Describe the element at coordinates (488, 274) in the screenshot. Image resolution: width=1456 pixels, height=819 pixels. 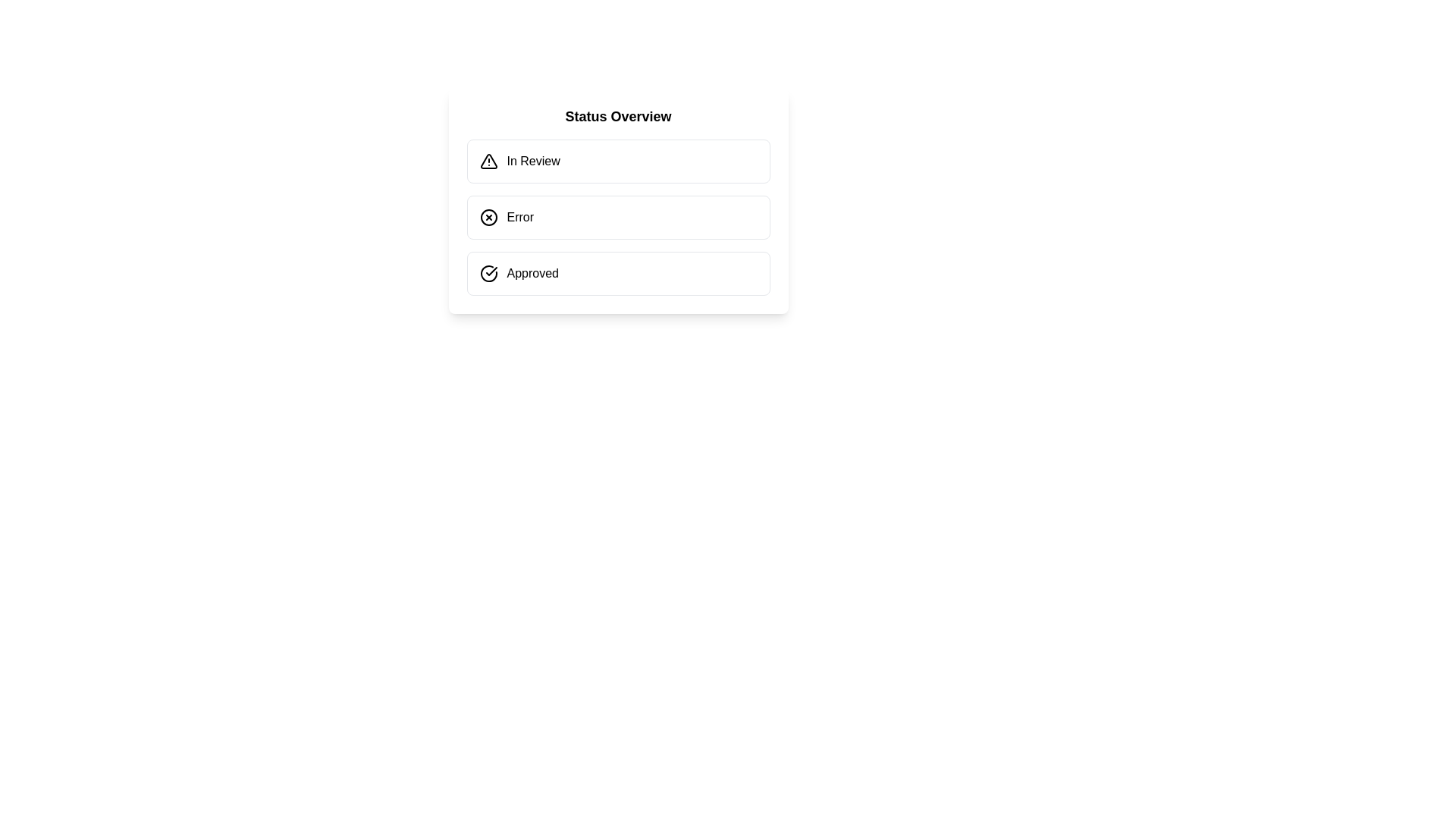
I see `the green checkmark icon inside a circle that symbolizes approval, located in the third row of the 'Status Overview' list, to the left of the 'Approved' label` at that location.